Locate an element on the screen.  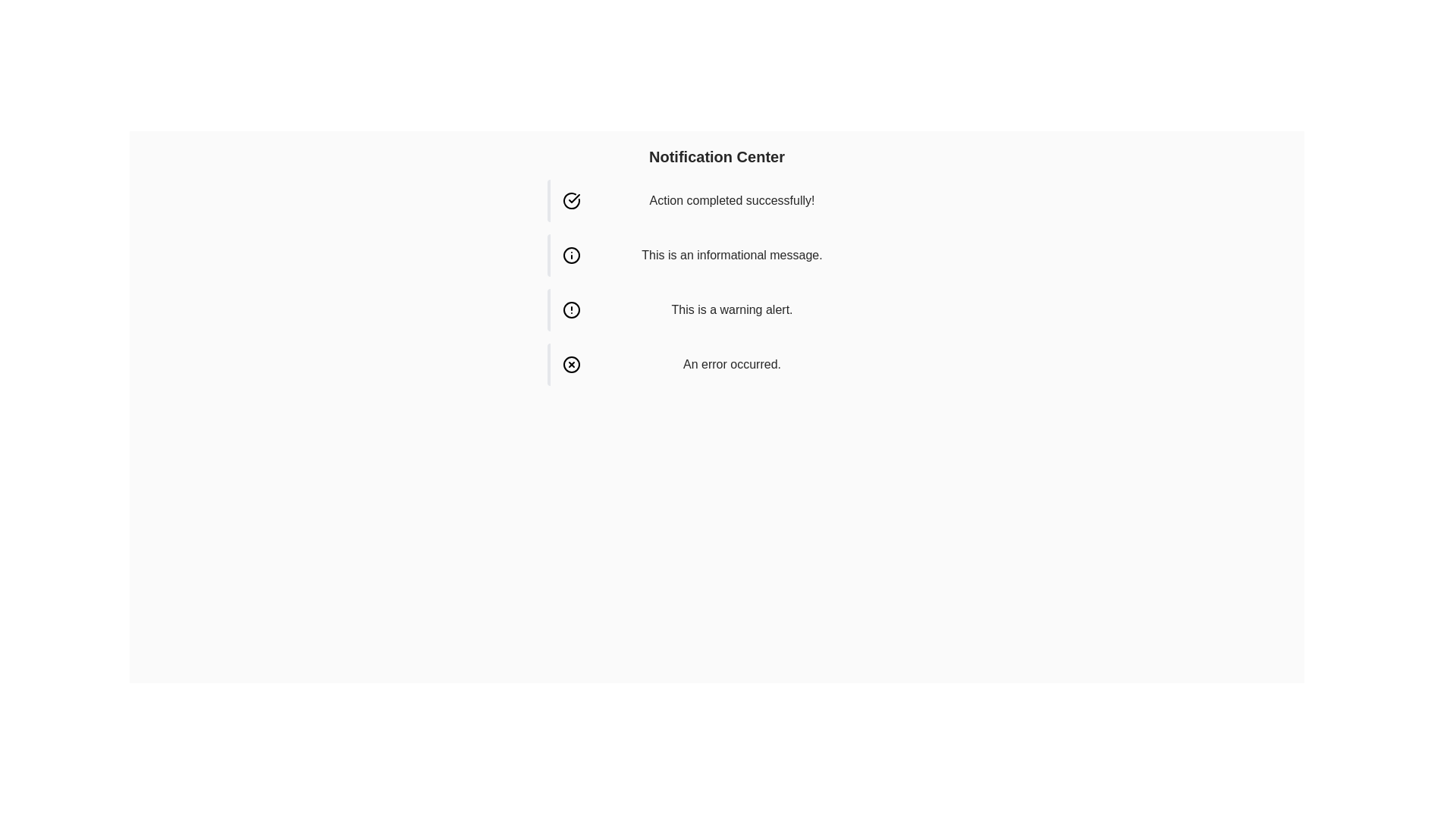
the Notification banner that indicates successful completion of an action, positioned at the top of the vertical stack of alert messages is located at coordinates (716, 200).